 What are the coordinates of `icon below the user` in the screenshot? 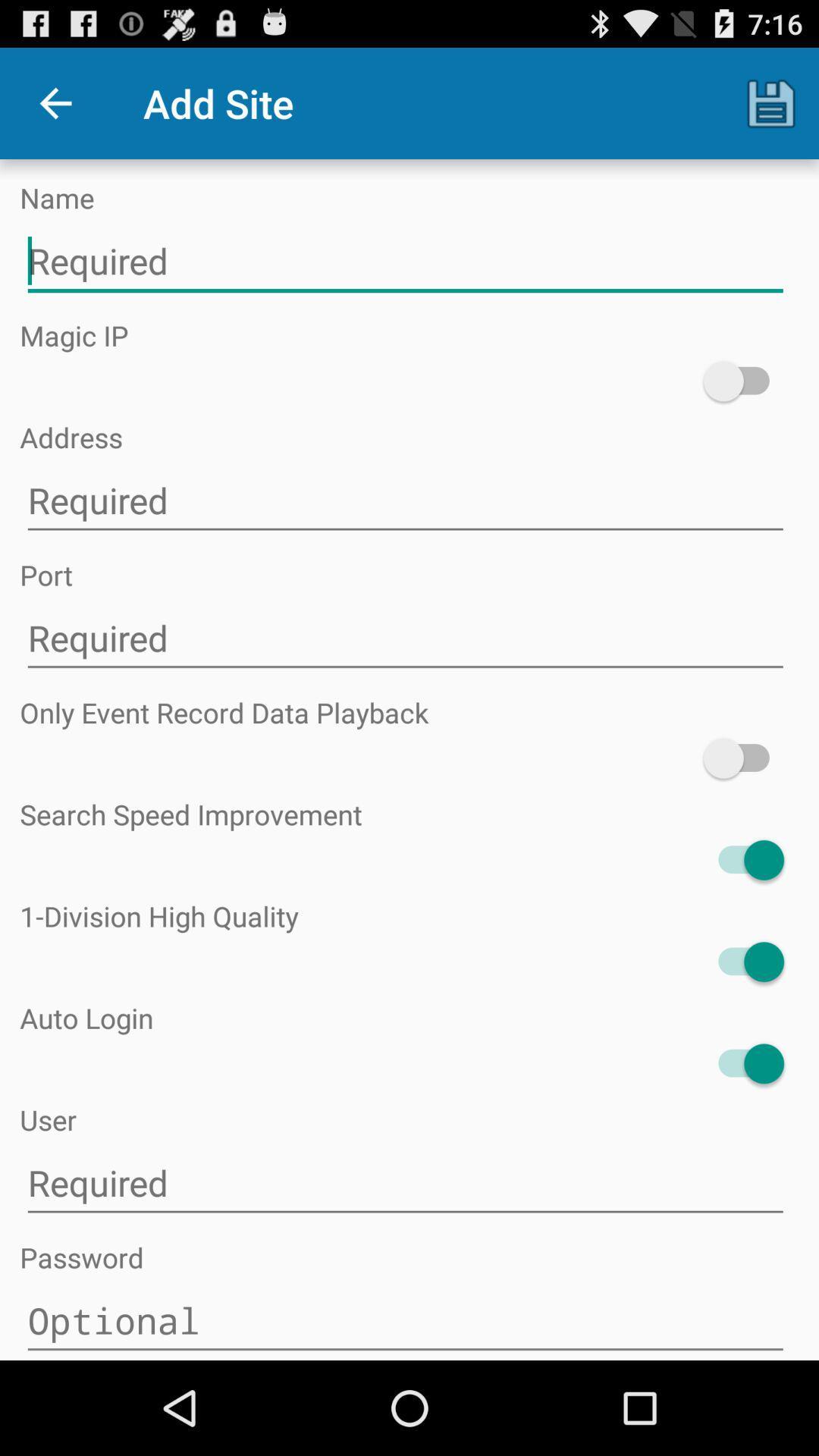 It's located at (404, 1182).